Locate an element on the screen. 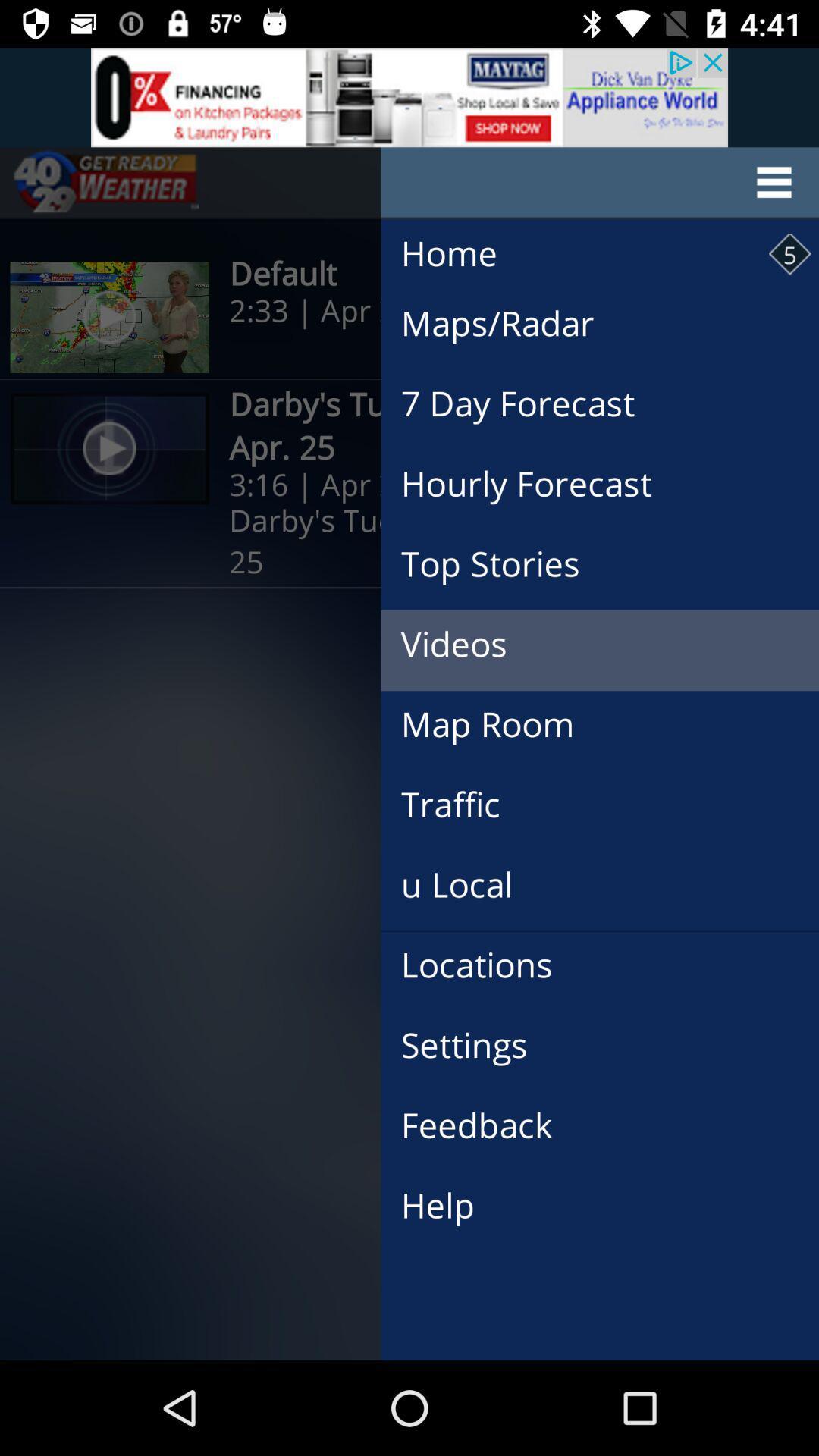  the play button in the second video is located at coordinates (108, 447).